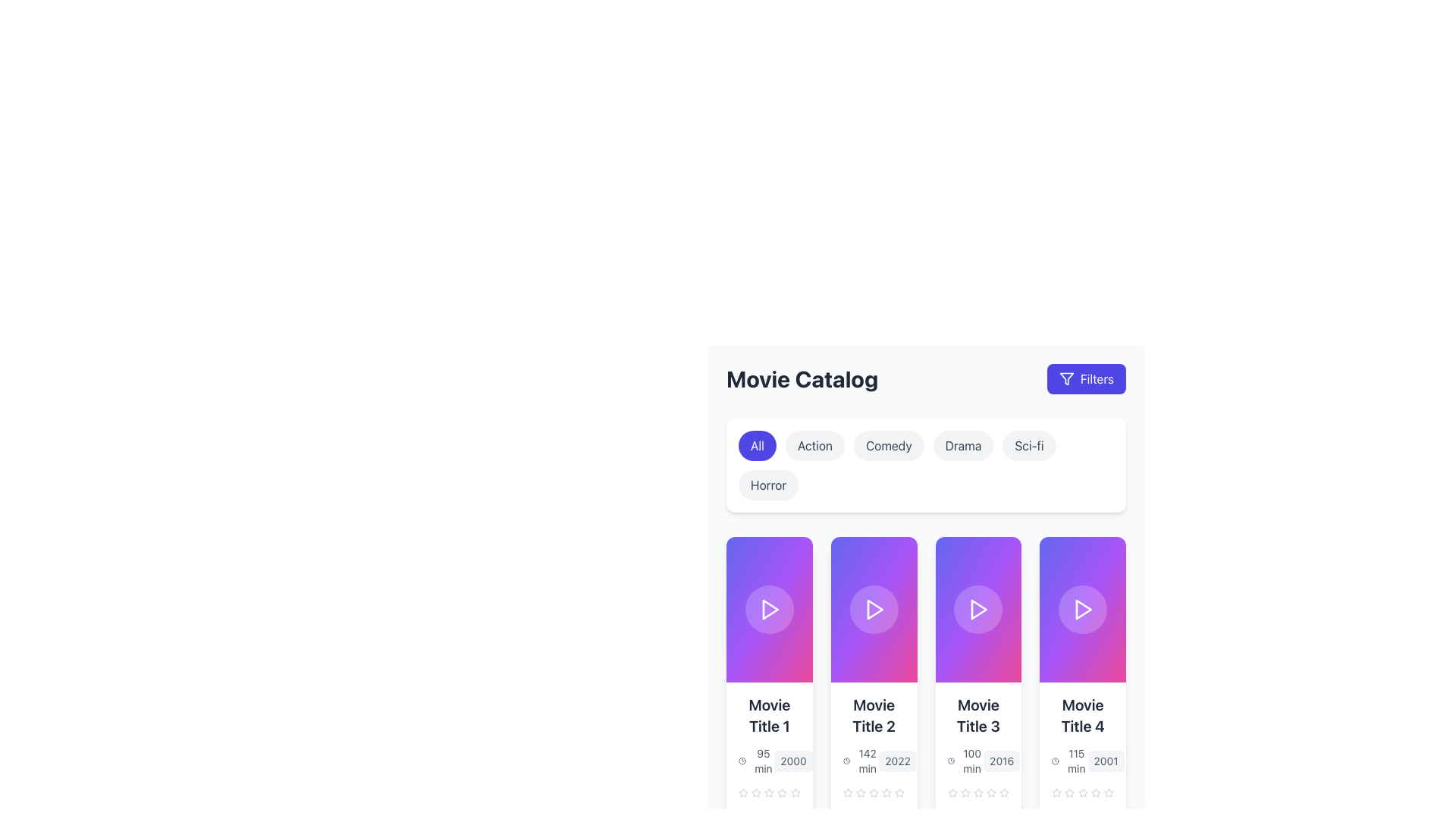  What do you see at coordinates (898, 761) in the screenshot?
I see `text '2022' from the text box located beneath 'Movie Title 2' in the card layout` at bounding box center [898, 761].